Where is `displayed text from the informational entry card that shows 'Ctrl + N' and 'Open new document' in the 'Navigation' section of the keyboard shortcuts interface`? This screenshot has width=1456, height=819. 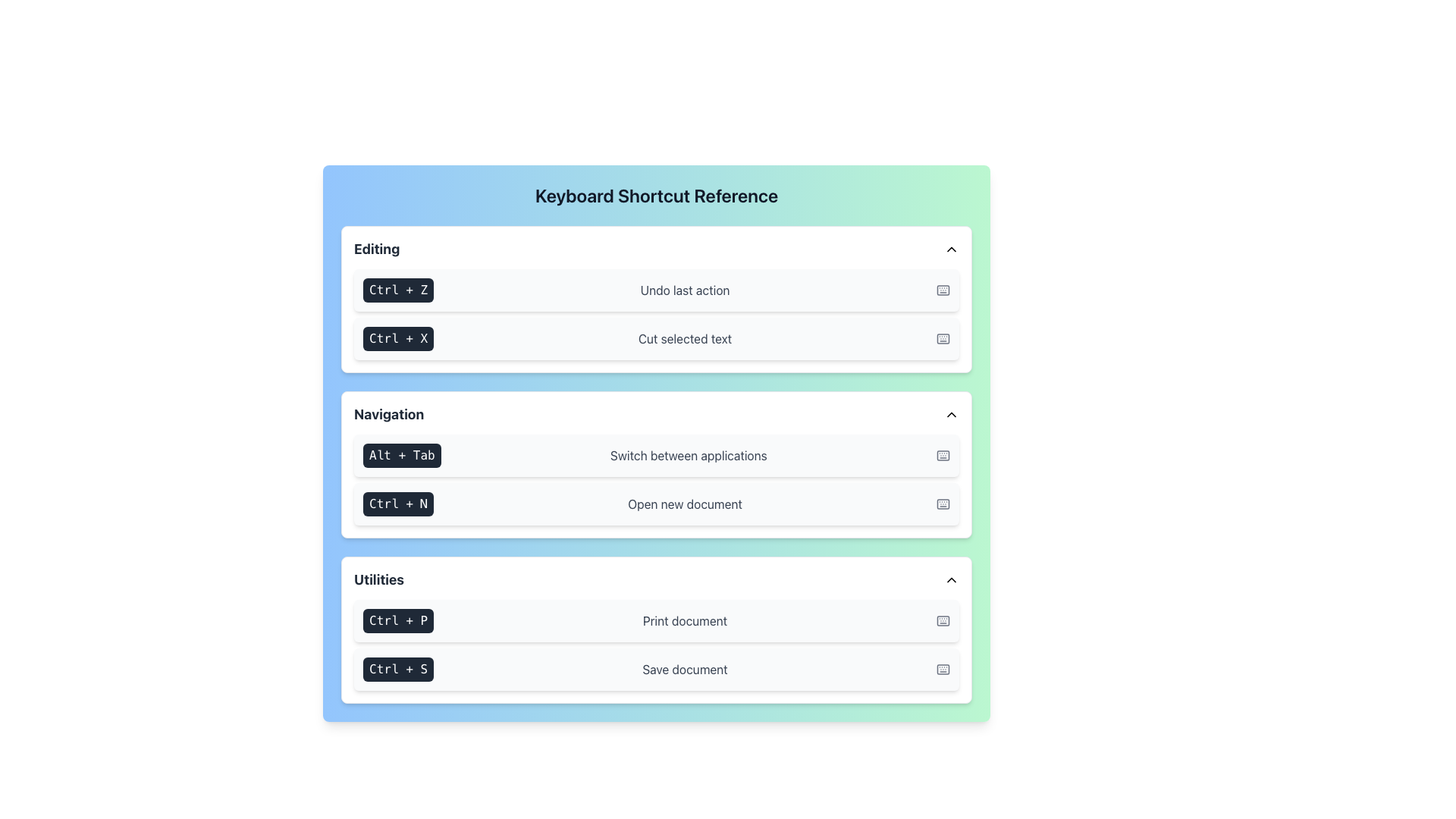 displayed text from the informational entry card that shows 'Ctrl + N' and 'Open new document' in the 'Navigation' section of the keyboard shortcuts interface is located at coordinates (656, 504).